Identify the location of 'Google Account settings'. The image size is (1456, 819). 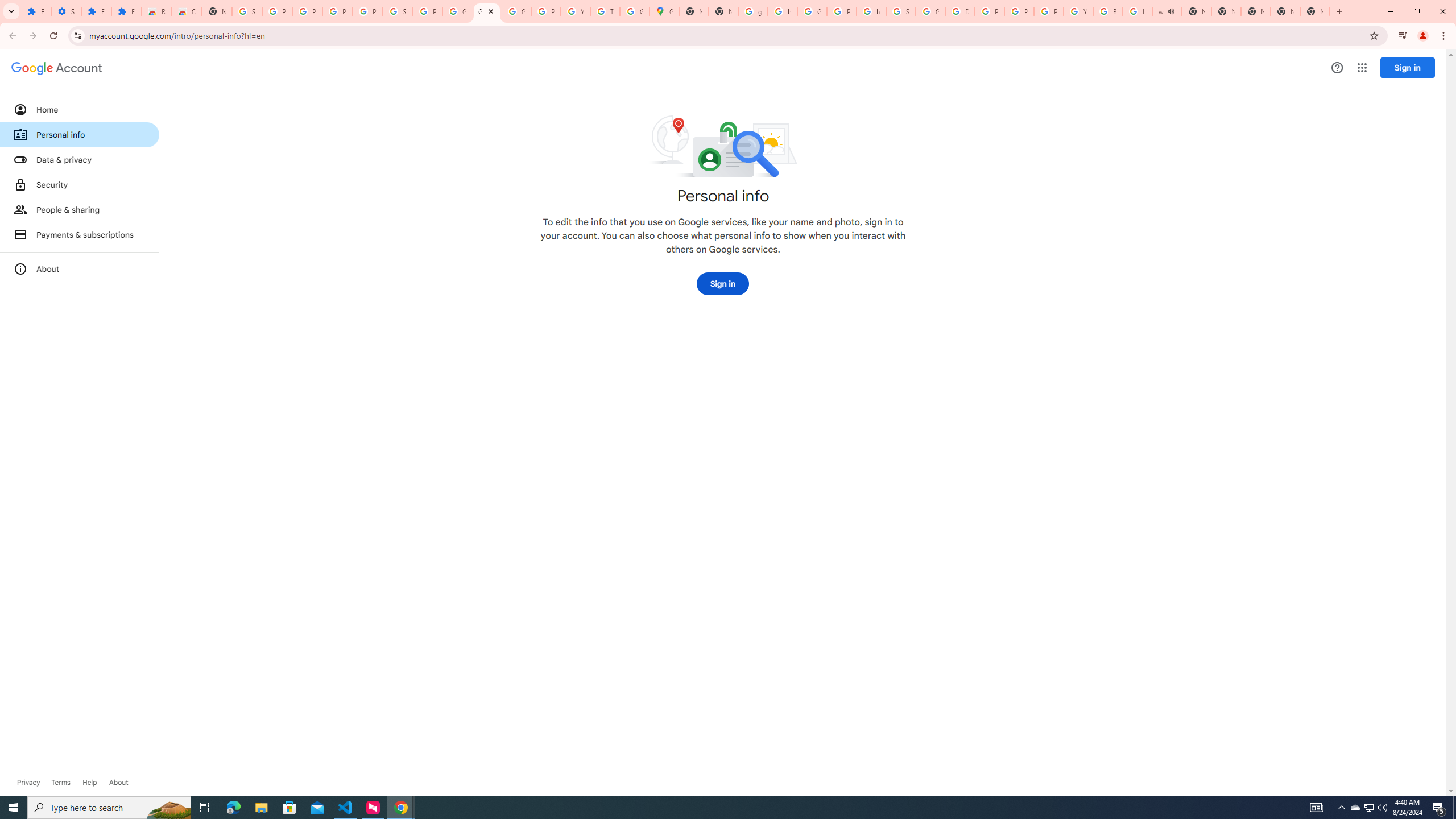
(56, 68).